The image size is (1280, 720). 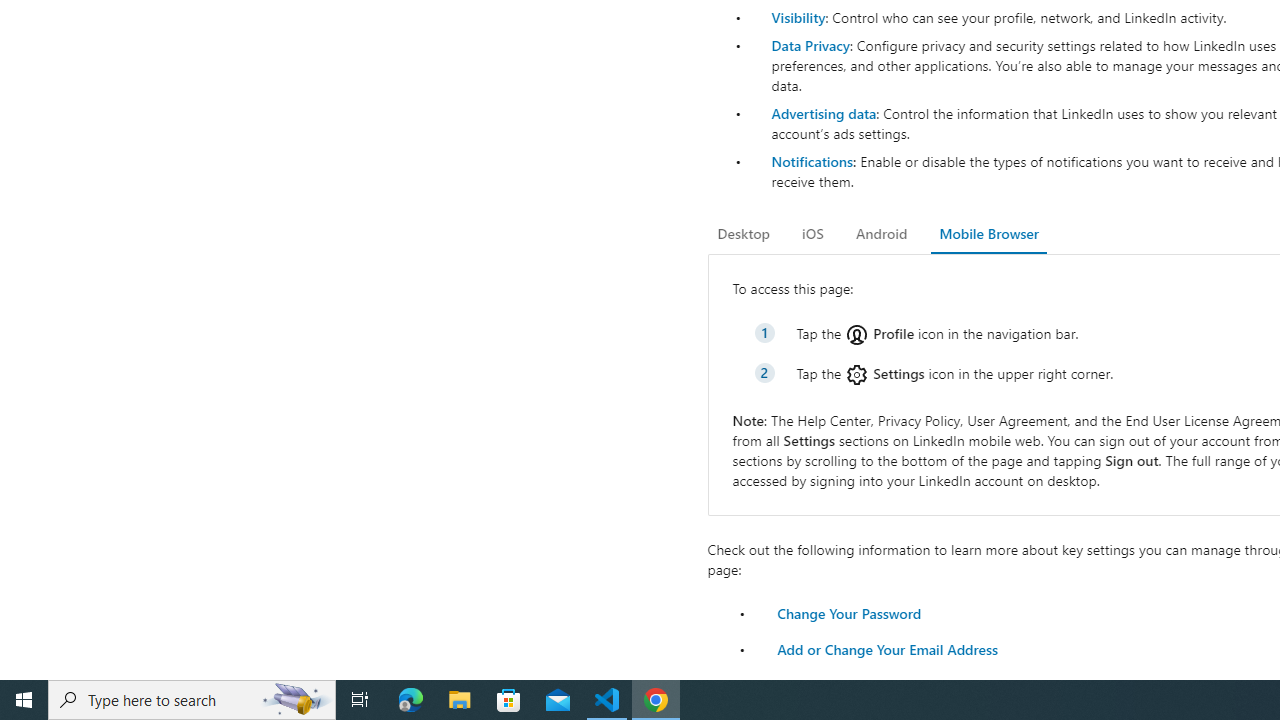 What do you see at coordinates (811, 160) in the screenshot?
I see `'Notifications'` at bounding box center [811, 160].